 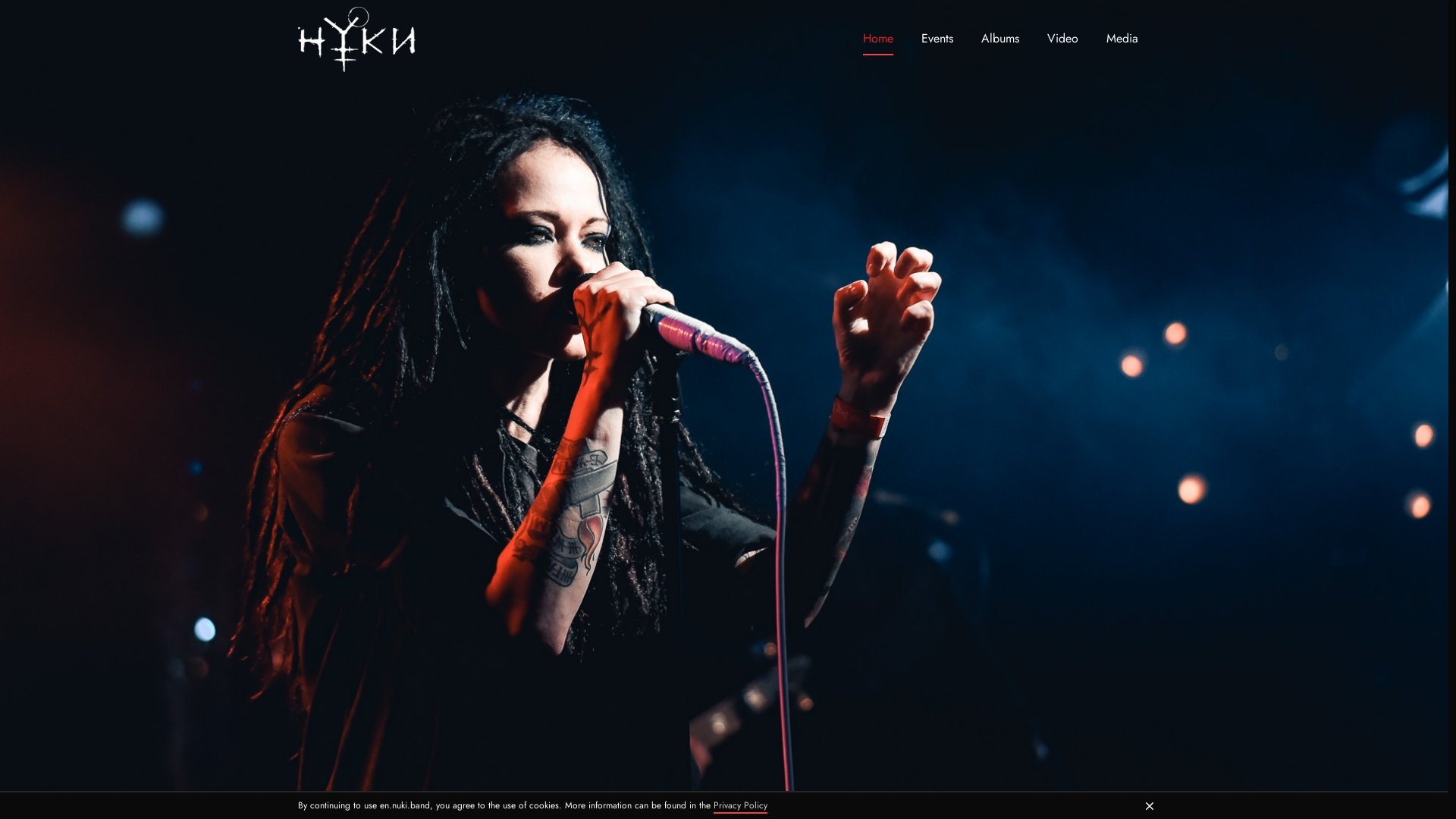 What do you see at coordinates (1062, 38) in the screenshot?
I see `'Video'` at bounding box center [1062, 38].